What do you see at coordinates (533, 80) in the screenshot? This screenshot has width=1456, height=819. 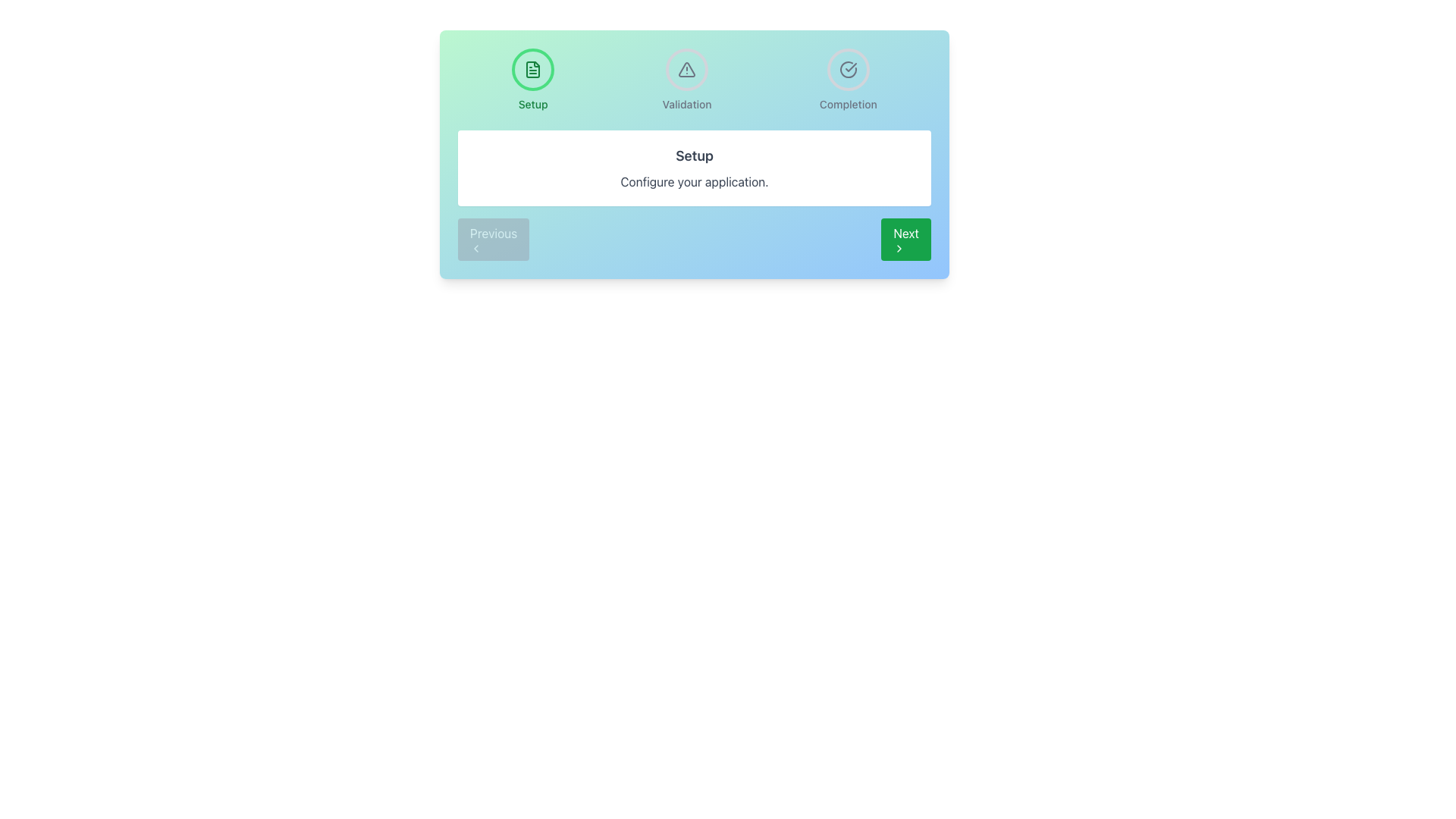 I see `the status updates by focusing on the first icon labeled 'Setup' in the row of three elements at the top of the page` at bounding box center [533, 80].